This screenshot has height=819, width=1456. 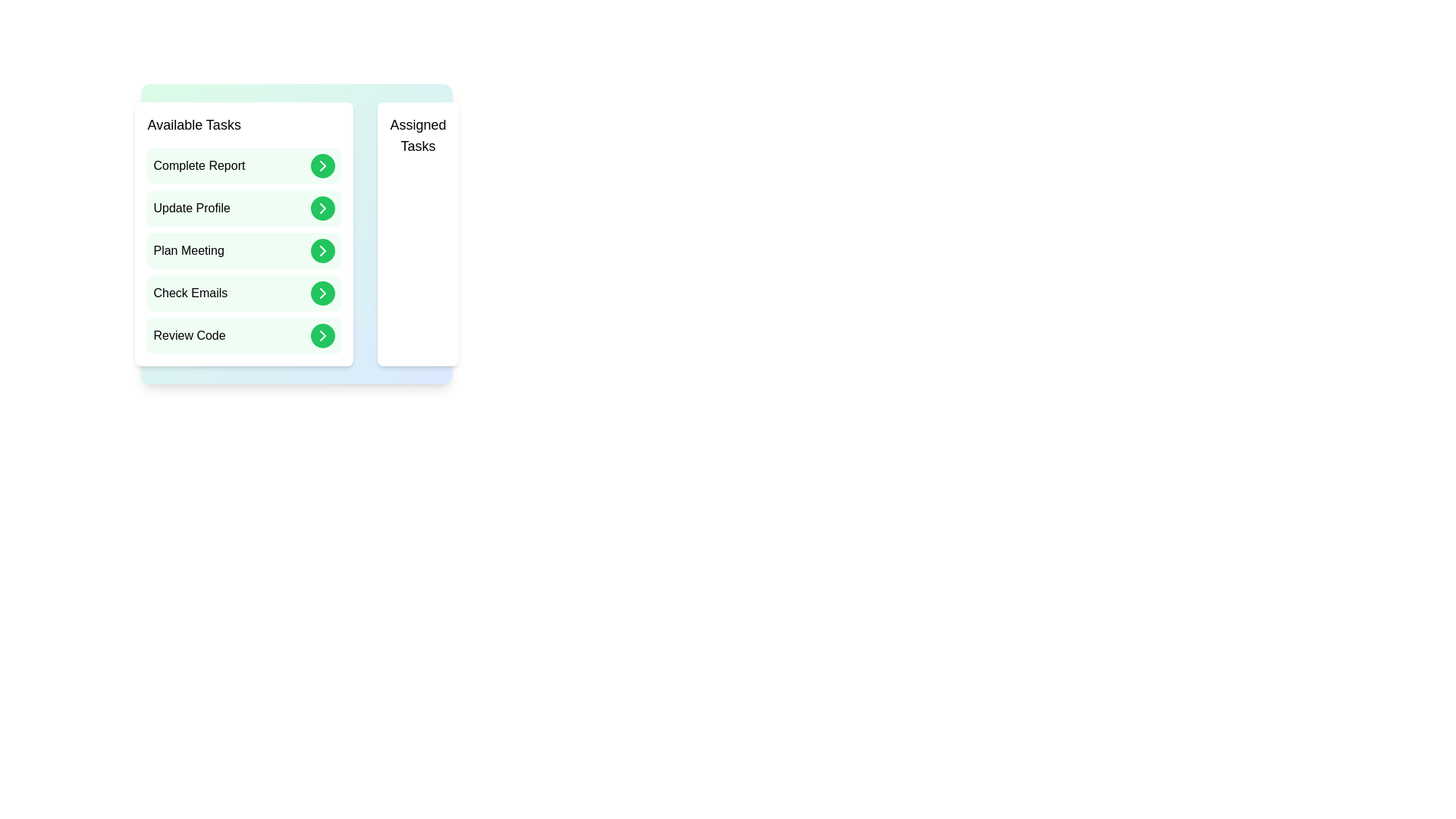 I want to click on the button corresponding to Update Profile, so click(x=322, y=208).